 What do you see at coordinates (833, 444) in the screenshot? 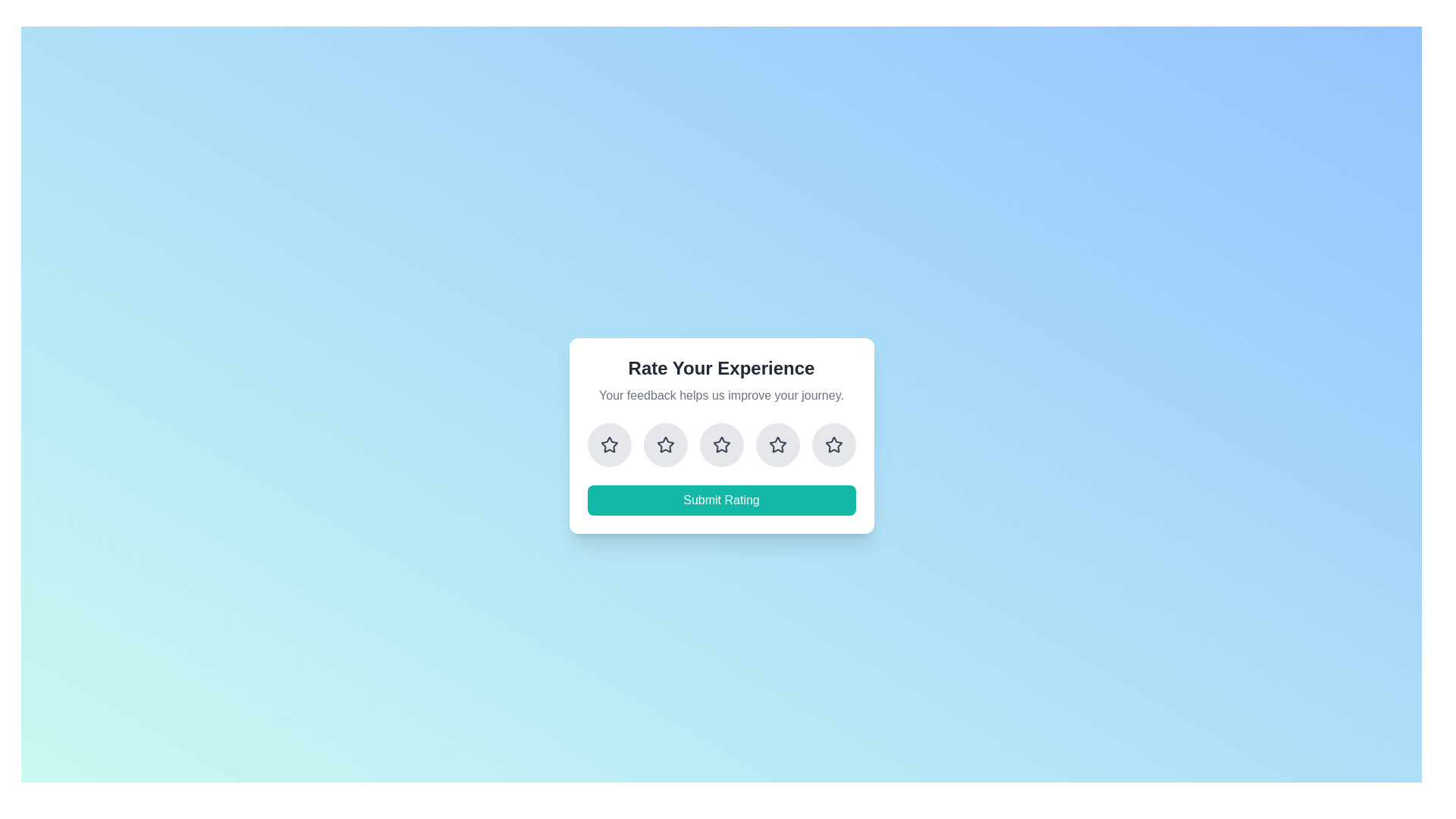
I see `the rating button corresponding to 5` at bounding box center [833, 444].